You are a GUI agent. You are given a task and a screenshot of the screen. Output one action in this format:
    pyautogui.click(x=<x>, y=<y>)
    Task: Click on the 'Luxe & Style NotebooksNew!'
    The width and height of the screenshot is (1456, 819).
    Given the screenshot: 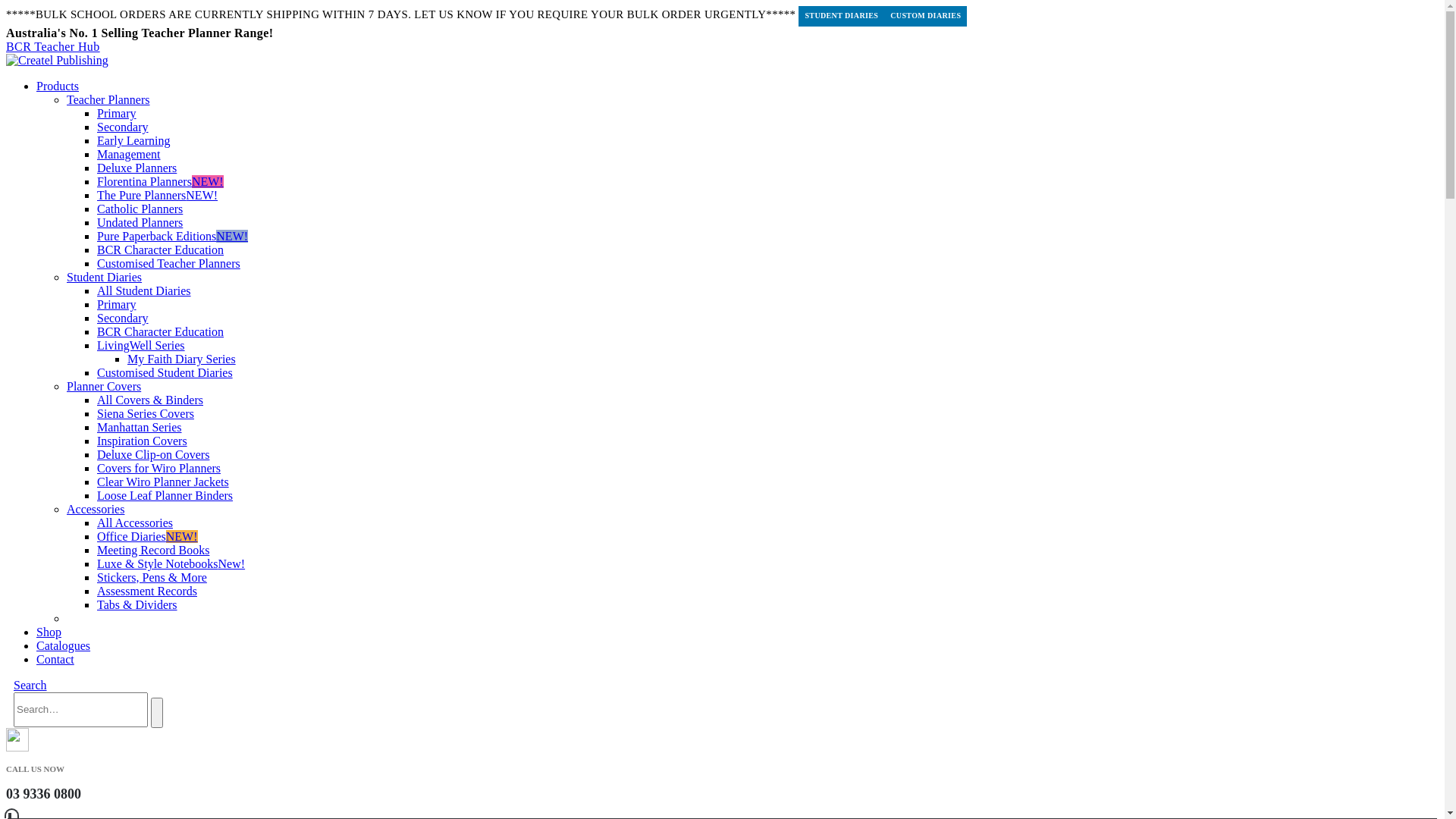 What is the action you would take?
    pyautogui.click(x=96, y=563)
    